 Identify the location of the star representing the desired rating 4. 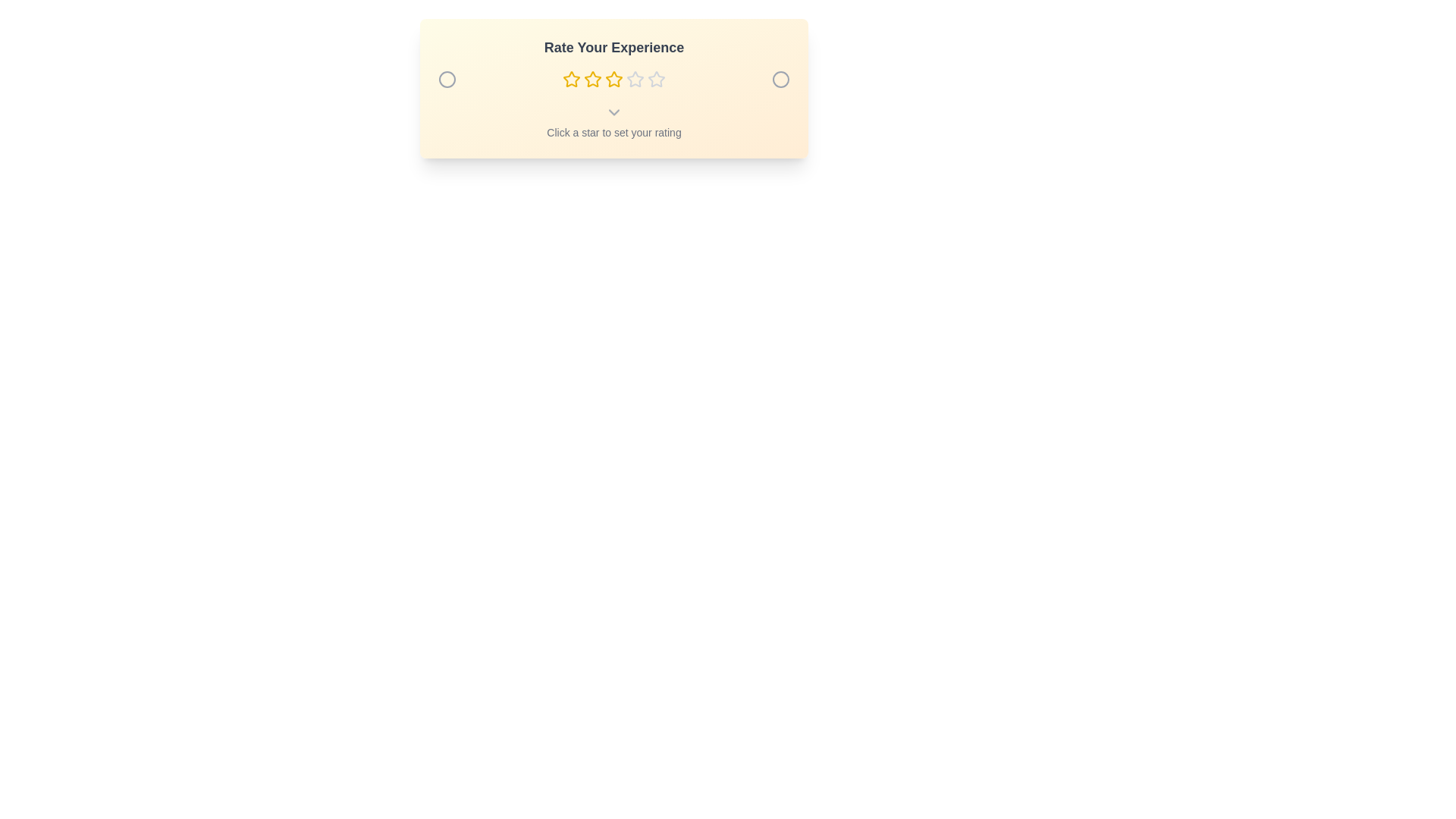
(635, 79).